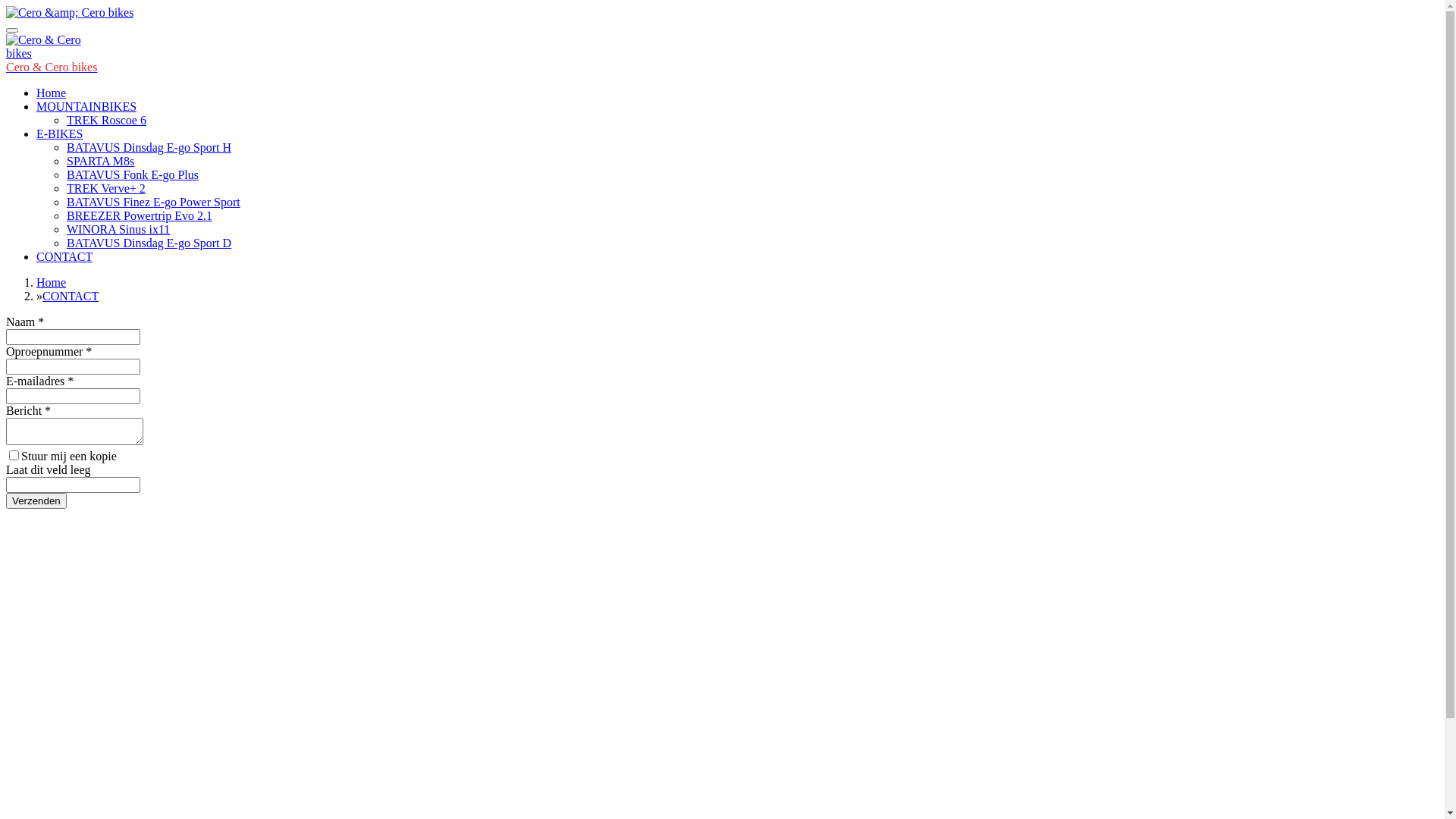  I want to click on 'BATAVUS Dinsdag E-go Sport H', so click(149, 147).